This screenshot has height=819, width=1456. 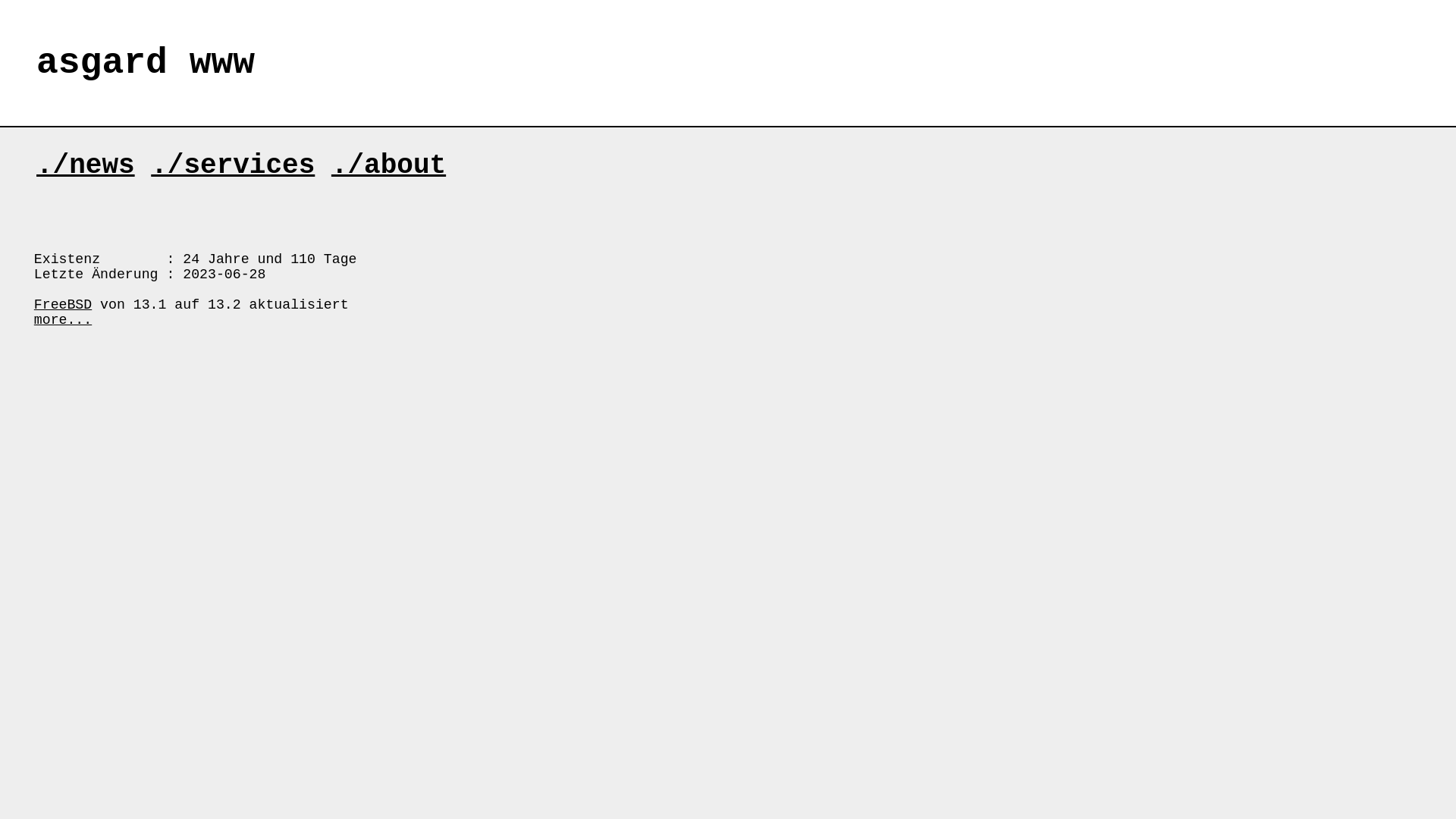 I want to click on './news', so click(x=85, y=165).